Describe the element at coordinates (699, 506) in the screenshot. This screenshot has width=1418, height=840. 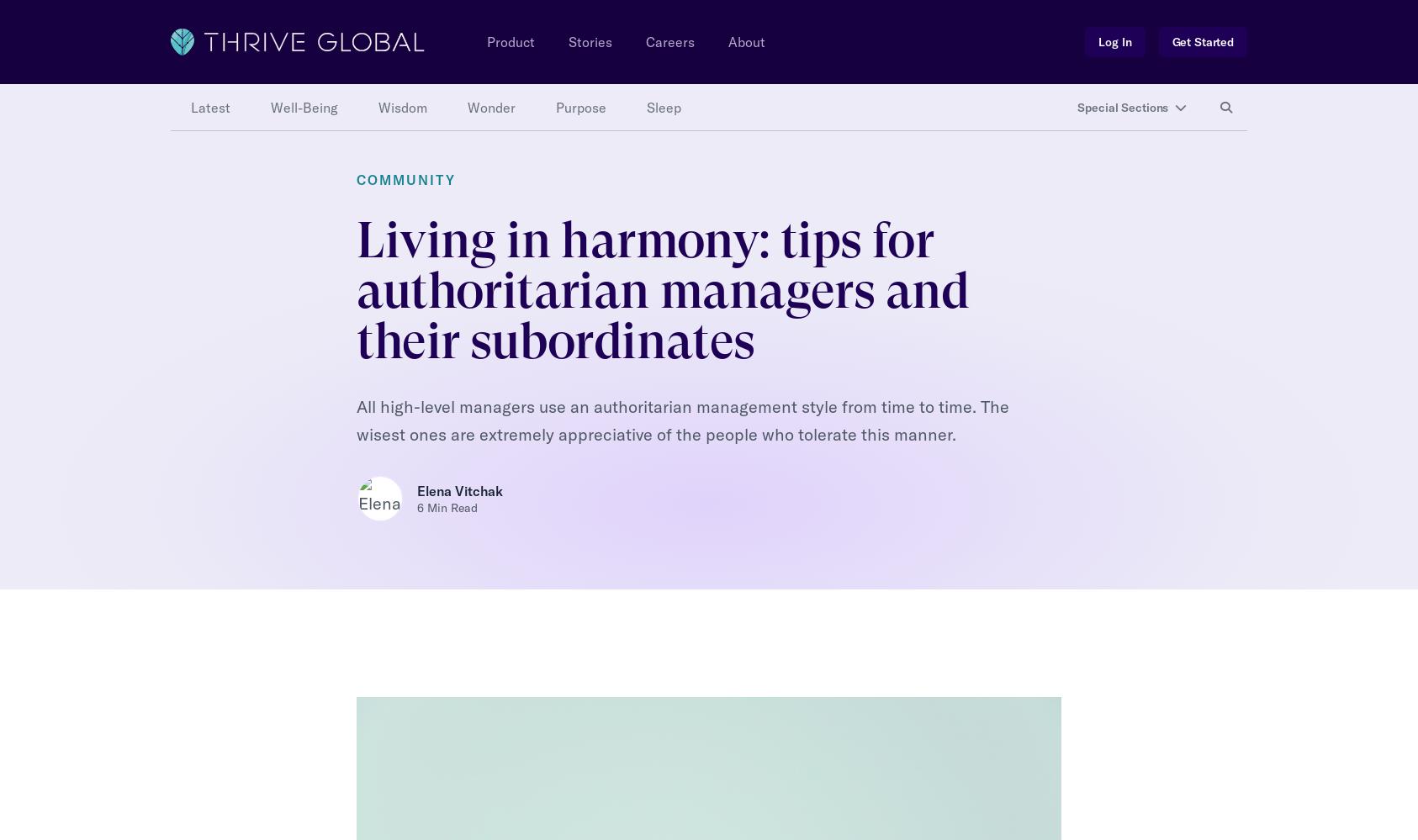
I see `'Additionally, it’s important to come to an agreement on a “psychological contract” with your manager that covers who is responsible for what and has final say in certain areas.'` at that location.